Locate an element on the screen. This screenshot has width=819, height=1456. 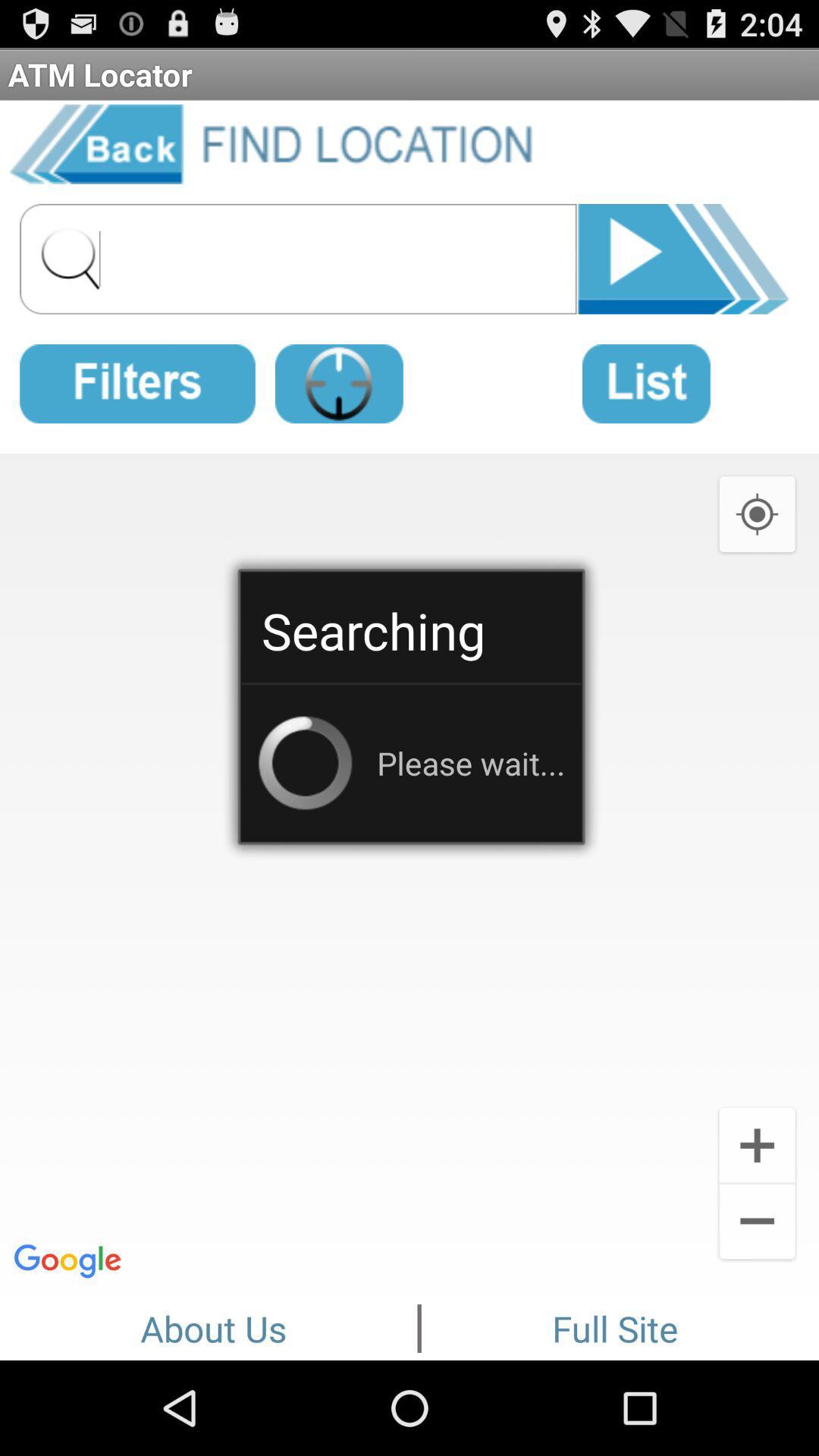
the app above about us is located at coordinates (409, 871).